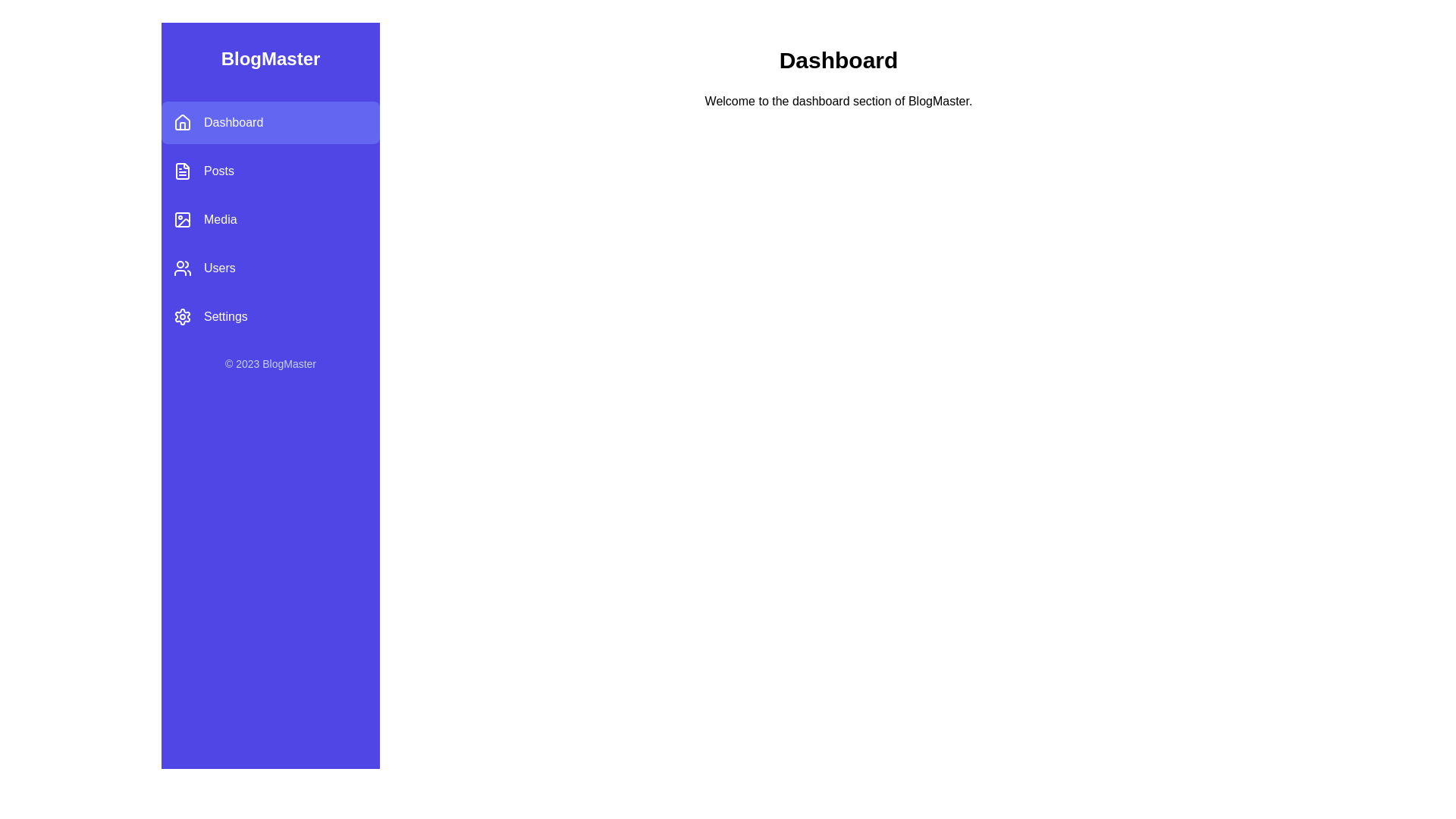  I want to click on the 'Users' navigation link, which is the fourth item in the vertical navigation menu on the left side, so click(270, 268).